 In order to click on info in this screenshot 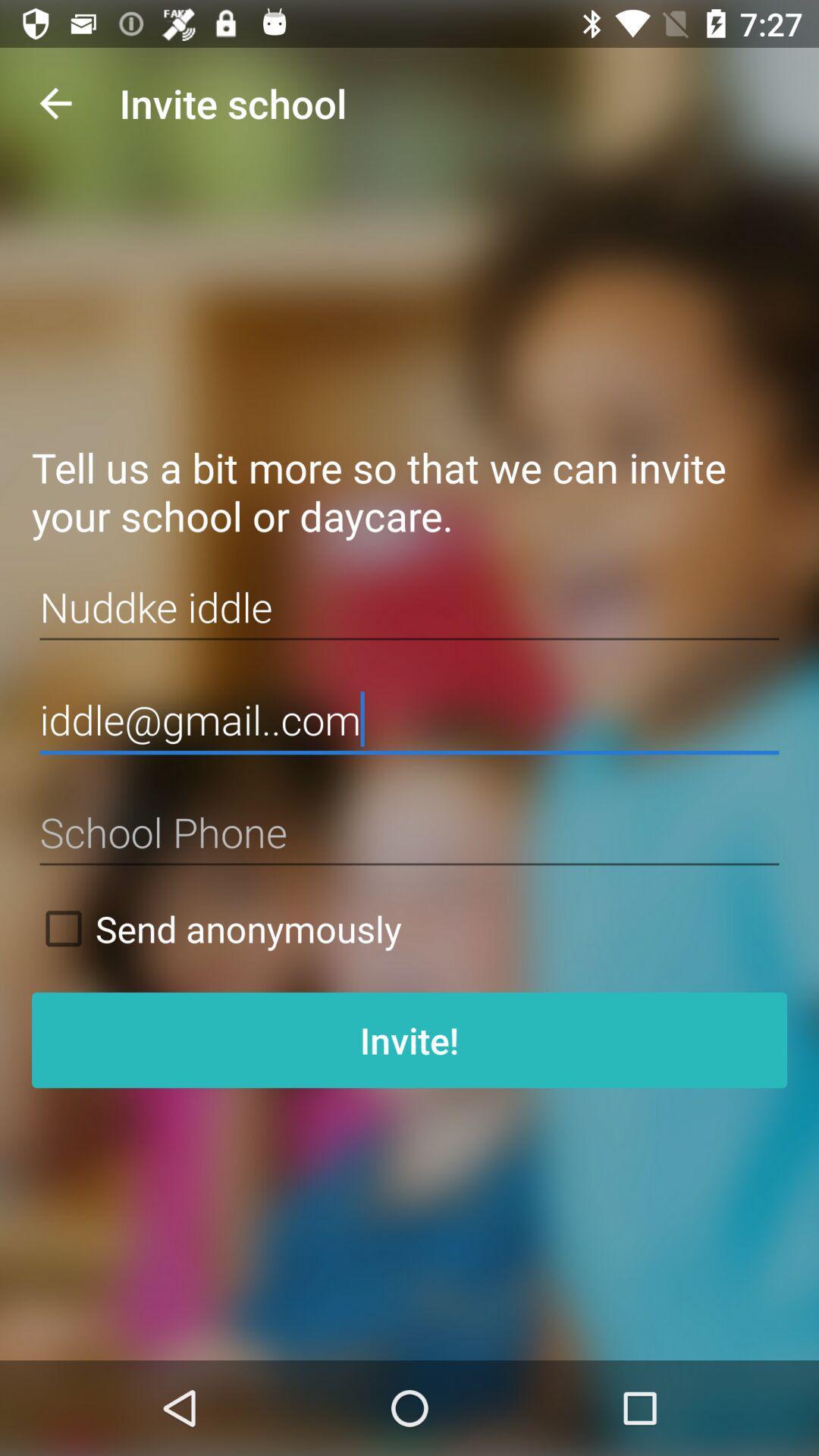, I will do `click(409, 832)`.